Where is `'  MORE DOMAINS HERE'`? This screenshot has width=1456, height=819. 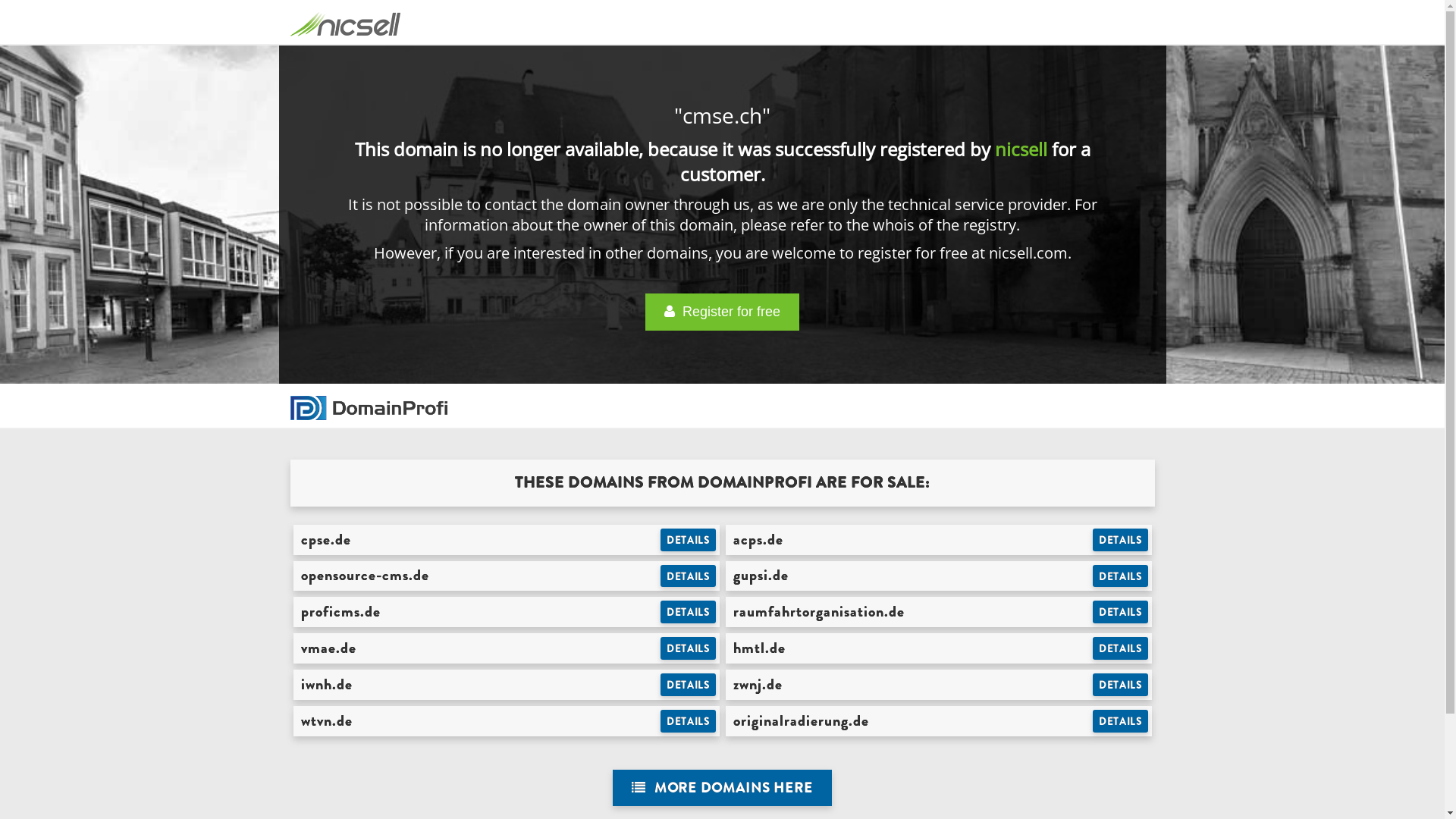 '  MORE DOMAINS HERE' is located at coordinates (721, 787).